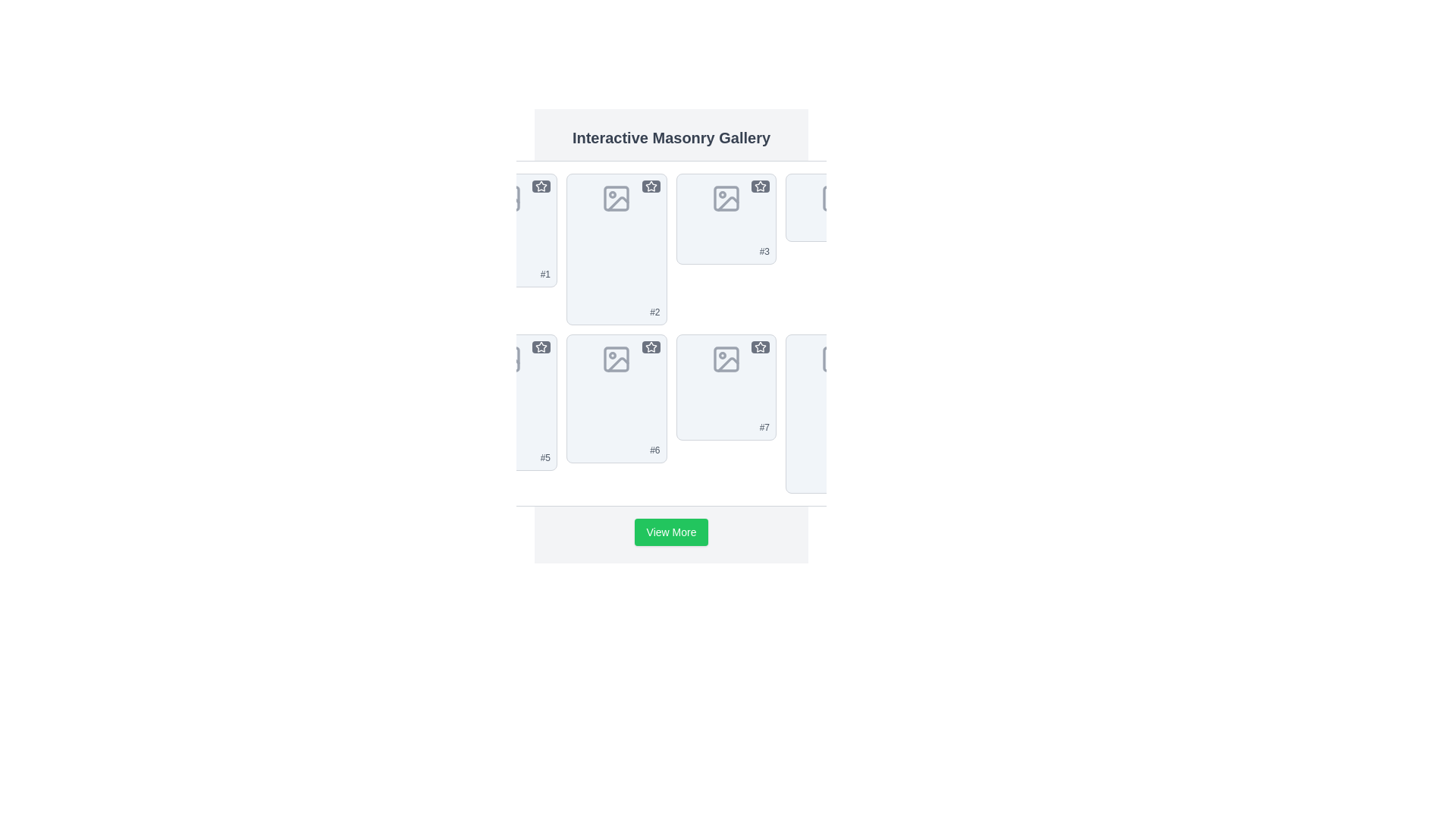 The image size is (1456, 819). What do you see at coordinates (651, 346) in the screenshot?
I see `the star icon in the top-left corner of the sixth card in the masonry-style grid layout to mark or favorite it` at bounding box center [651, 346].